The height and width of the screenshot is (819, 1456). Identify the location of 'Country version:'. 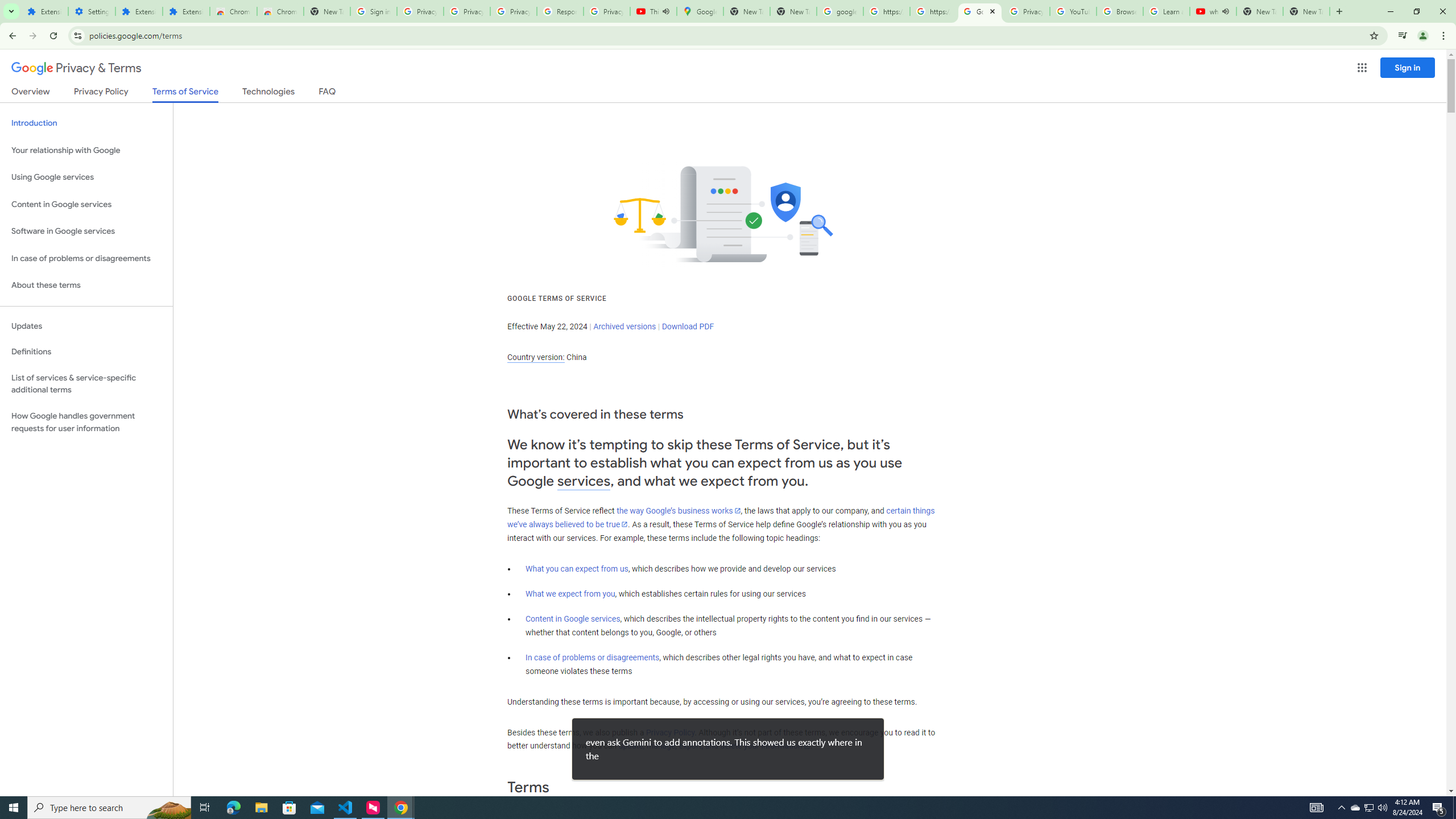
(535, 357).